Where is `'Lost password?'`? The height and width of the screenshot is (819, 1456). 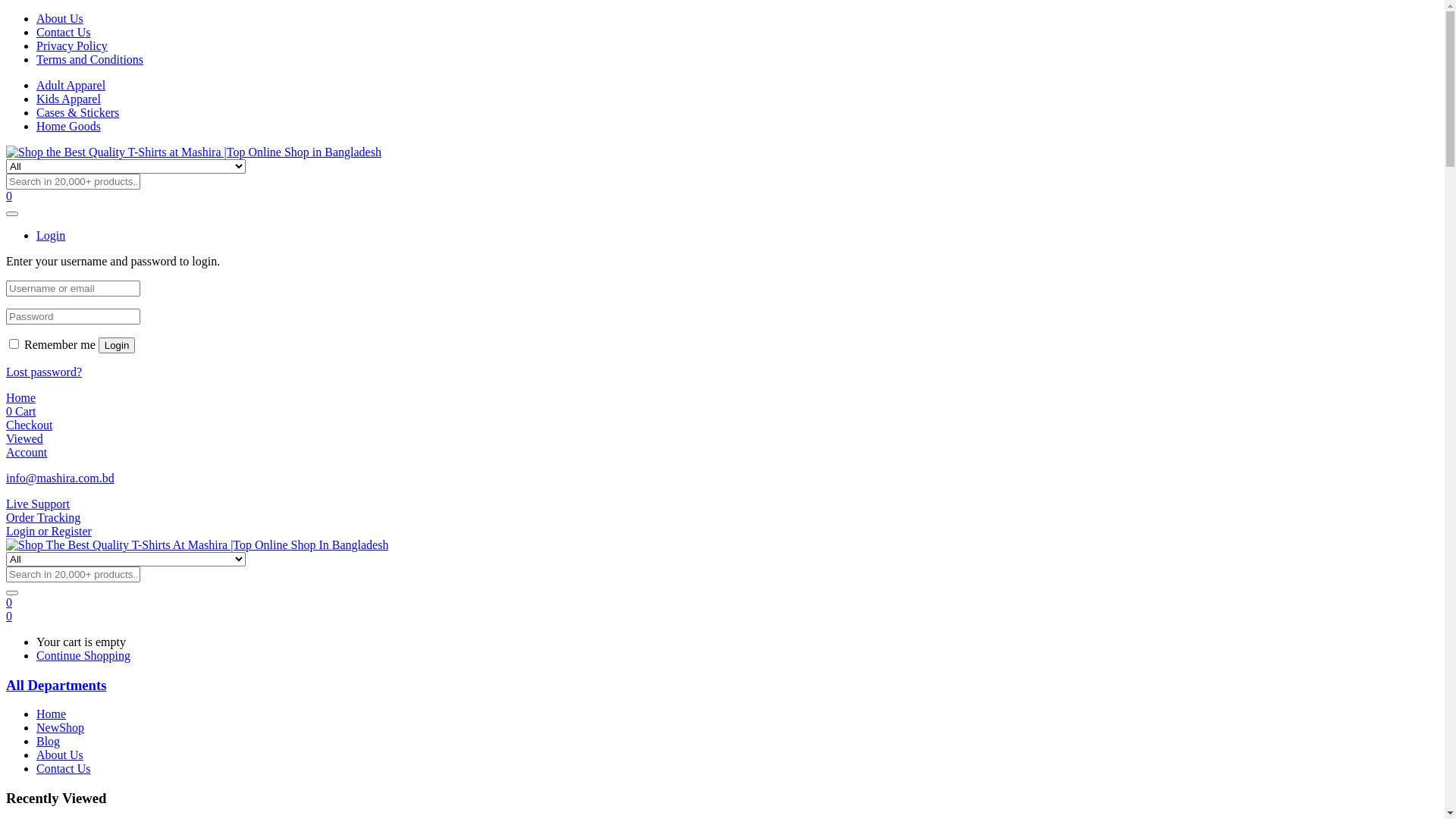 'Lost password?' is located at coordinates (43, 372).